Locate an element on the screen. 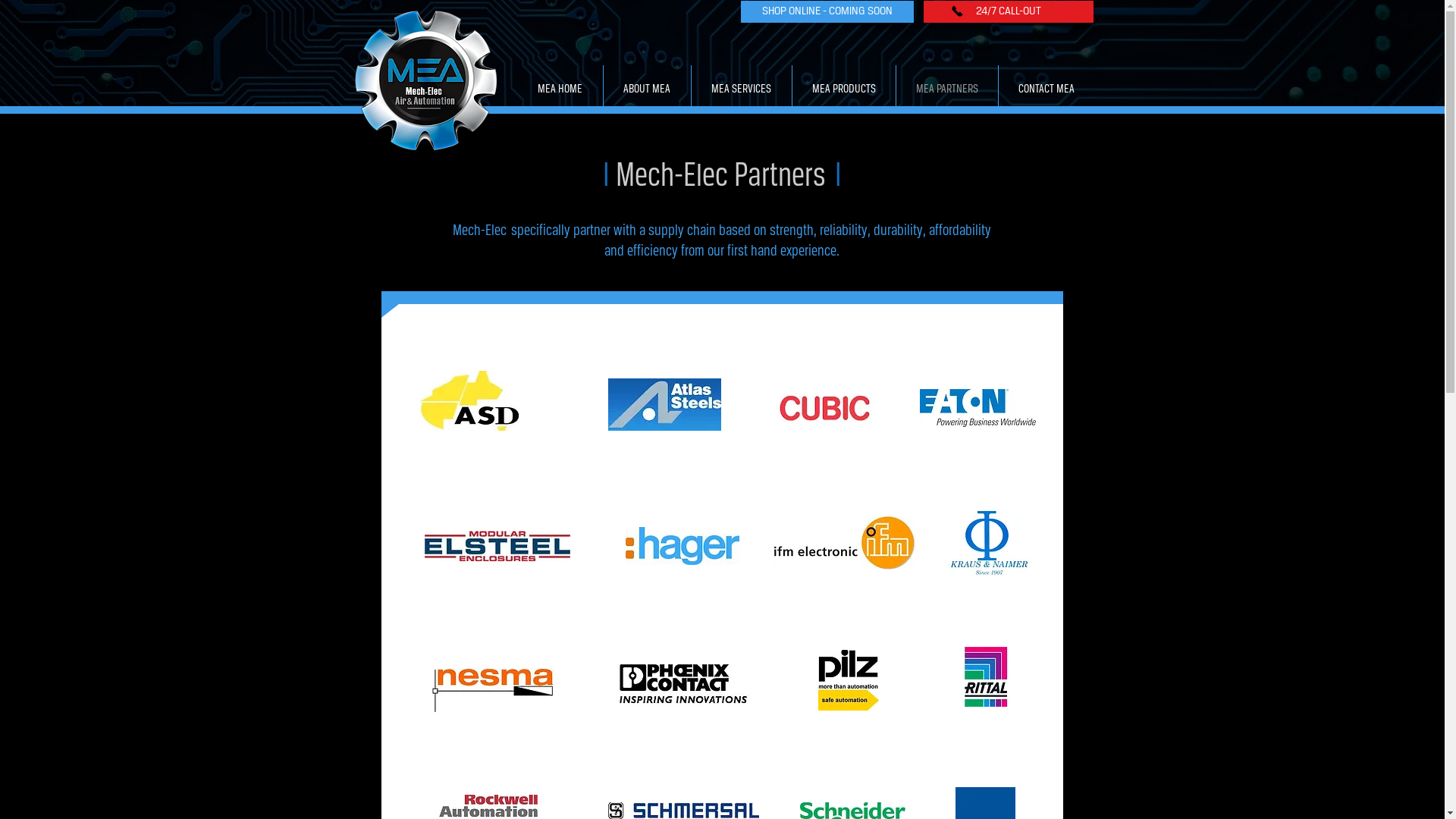 Image resolution: width=1456 pixels, height=819 pixels. 'MEA PARTNERS' is located at coordinates (946, 89).